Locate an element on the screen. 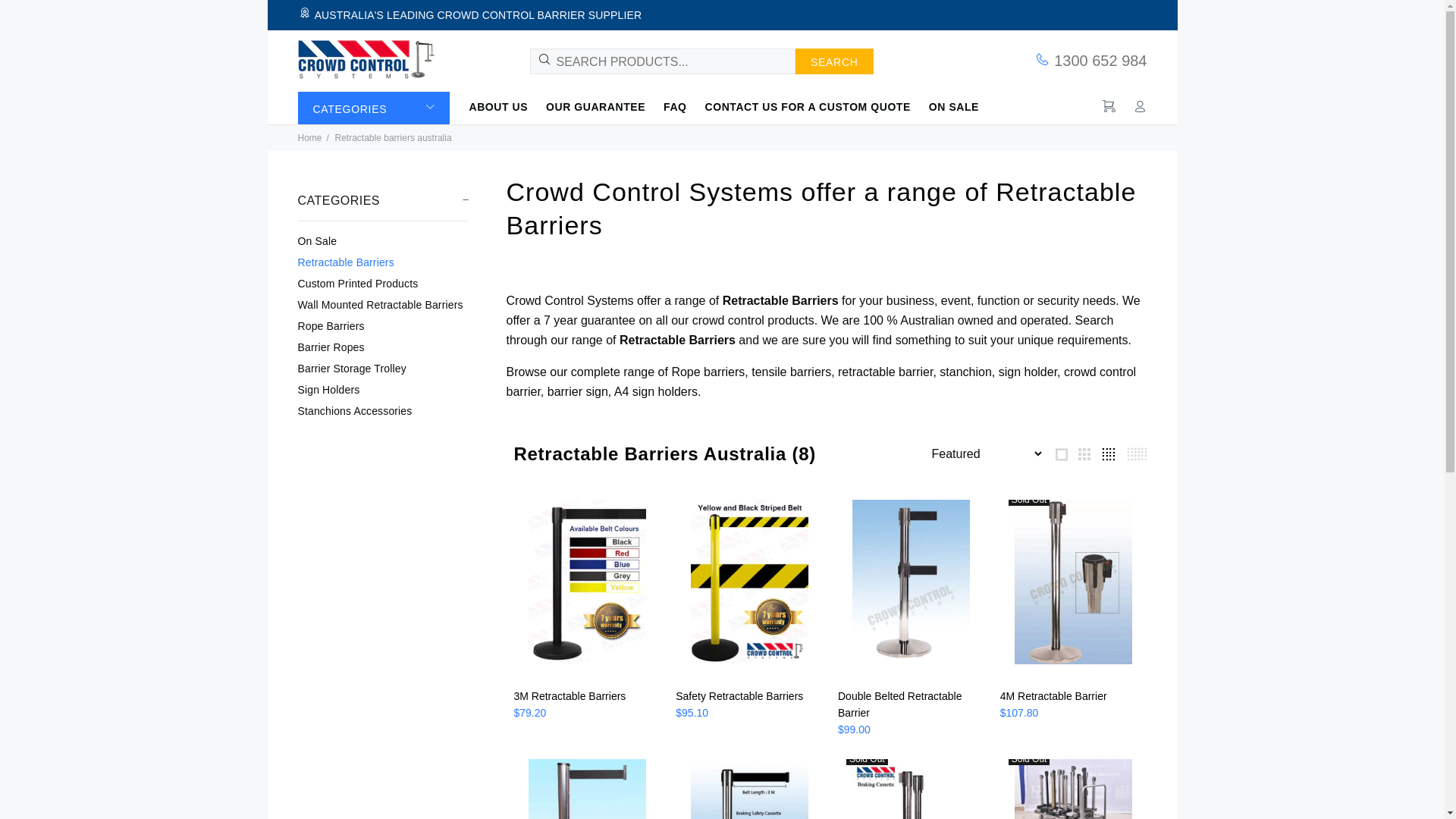  'CONTACT US FOR A CUSTOM QUOTE' is located at coordinates (807, 105).